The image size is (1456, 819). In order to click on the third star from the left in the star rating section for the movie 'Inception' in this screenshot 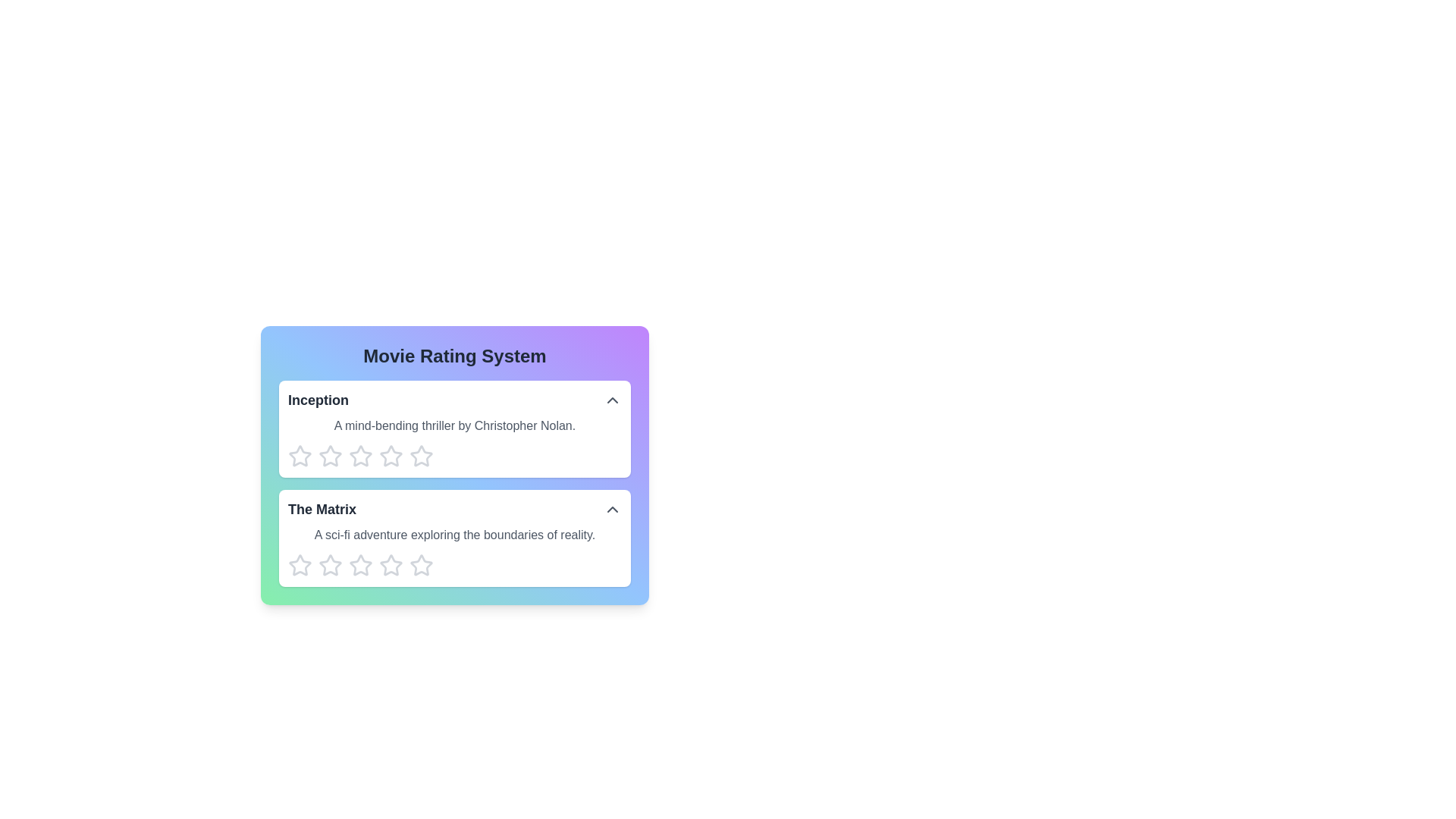, I will do `click(330, 455)`.